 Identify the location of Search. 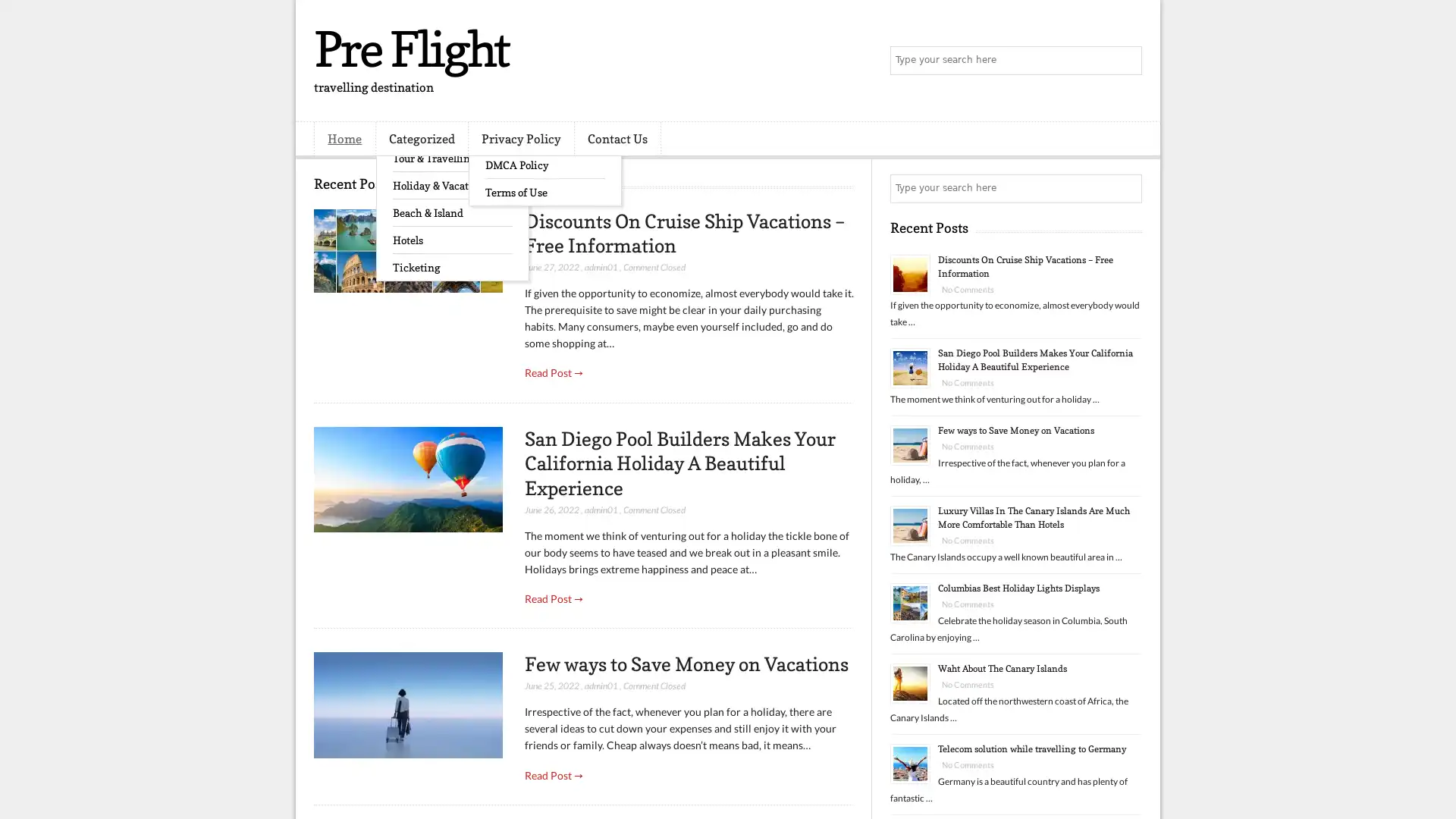
(1126, 188).